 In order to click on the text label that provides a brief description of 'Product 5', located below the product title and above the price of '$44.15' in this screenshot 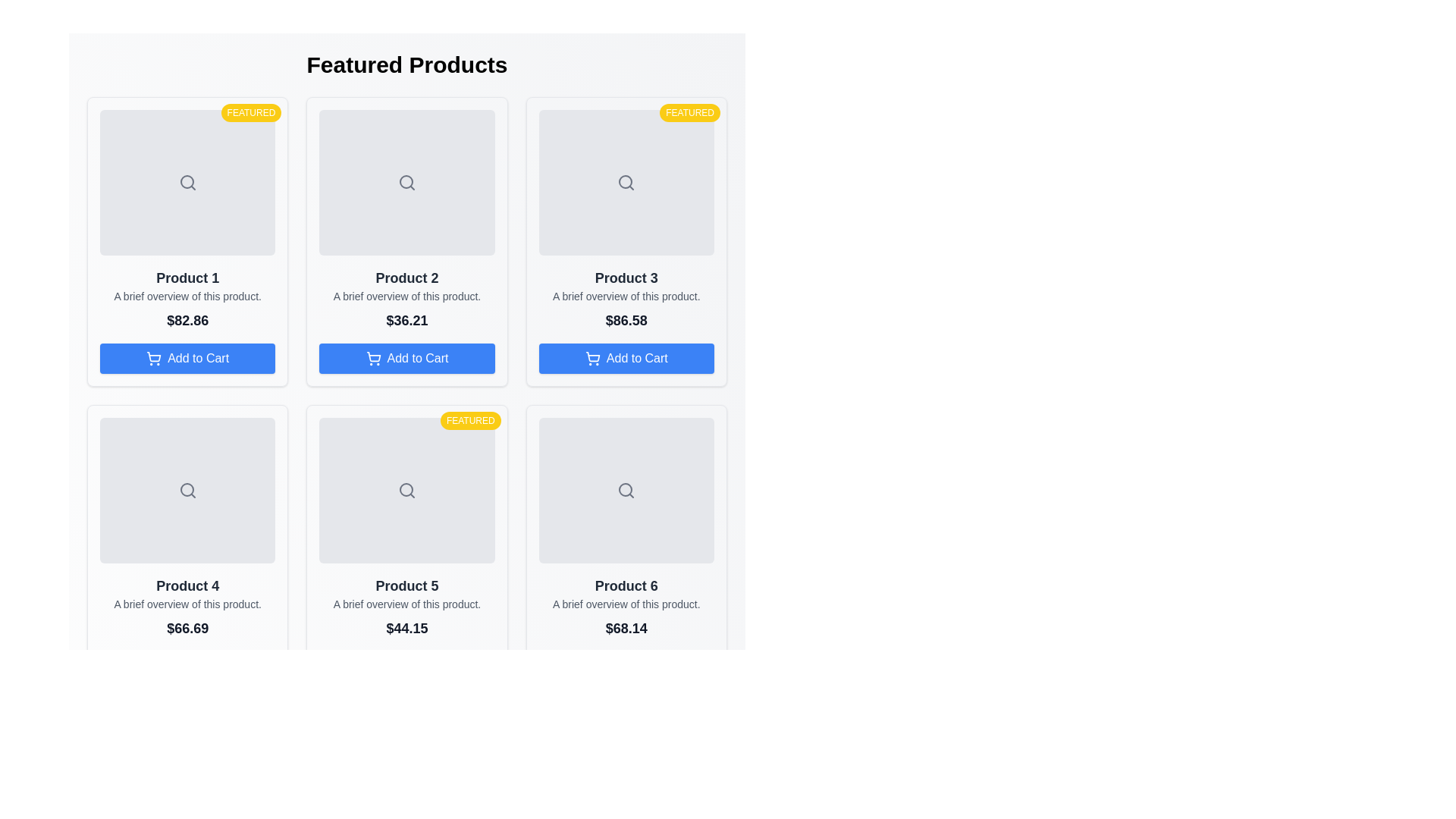, I will do `click(407, 604)`.